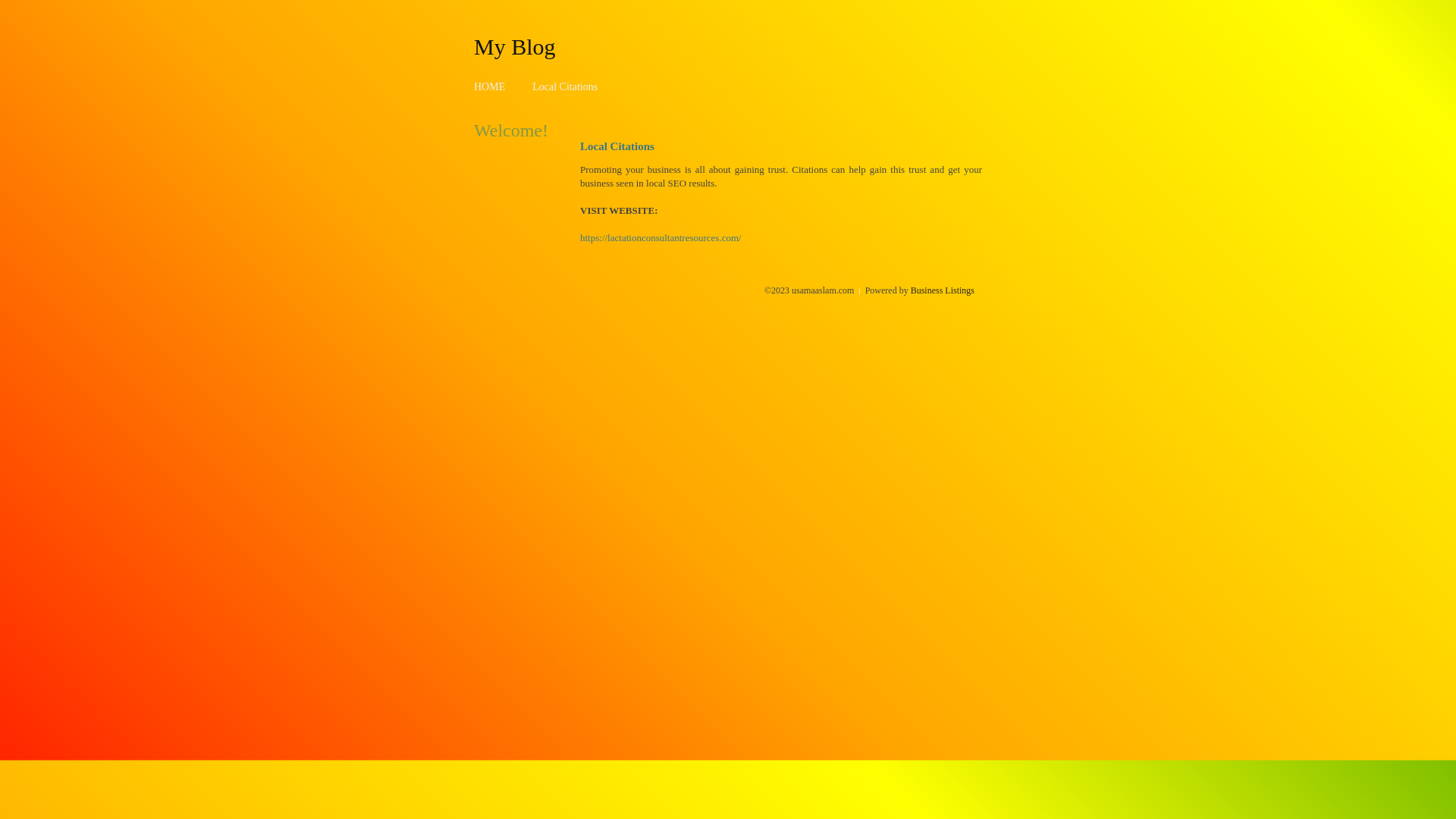 The height and width of the screenshot is (819, 1456). I want to click on 'HOME', so click(489, 86).